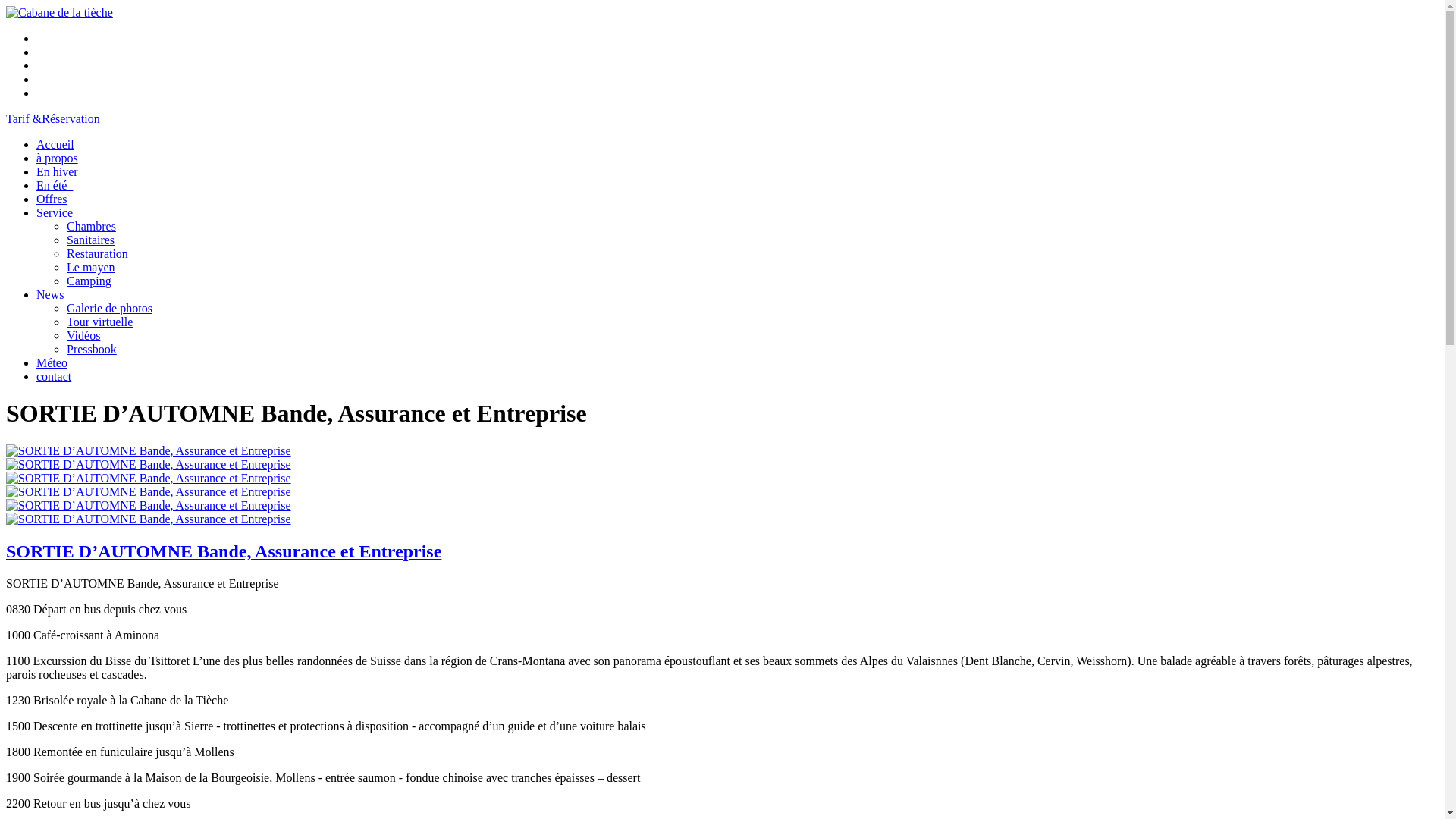 The image size is (1456, 819). I want to click on 'Offres', so click(52, 198).